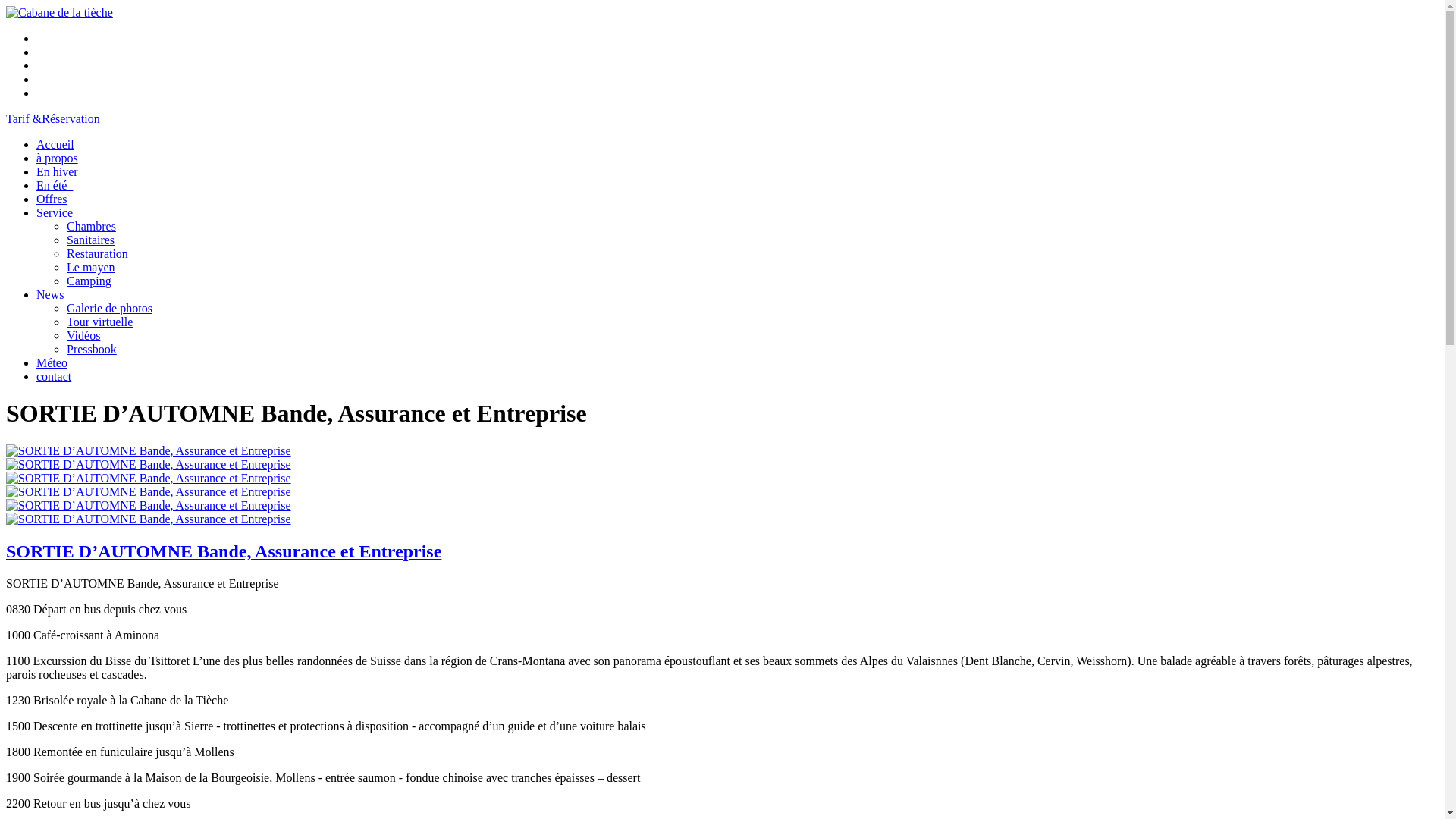 The image size is (1456, 819). I want to click on 'Offres', so click(52, 198).